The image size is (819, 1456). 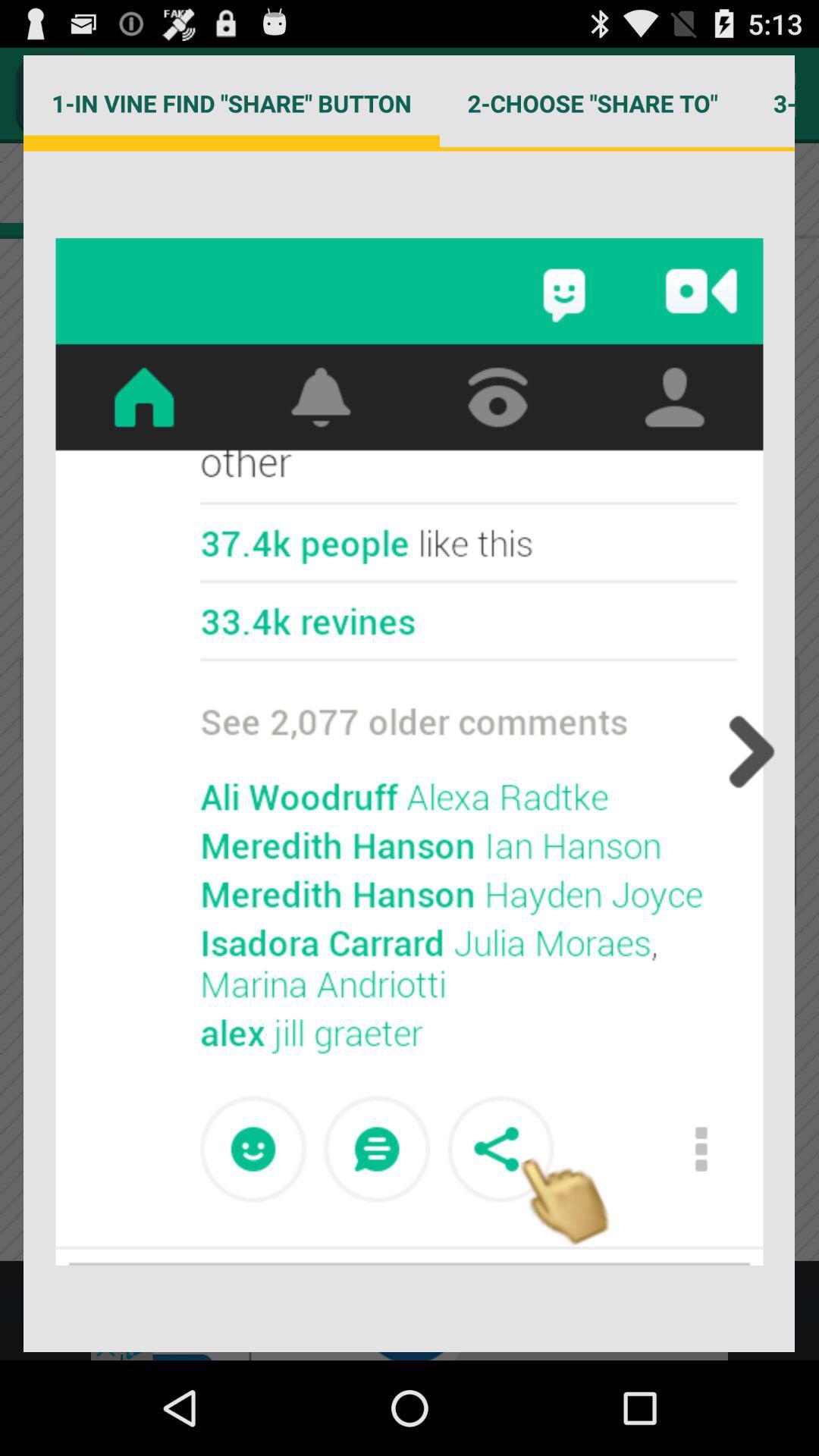 What do you see at coordinates (231, 102) in the screenshot?
I see `the app next to the 2 choose share` at bounding box center [231, 102].